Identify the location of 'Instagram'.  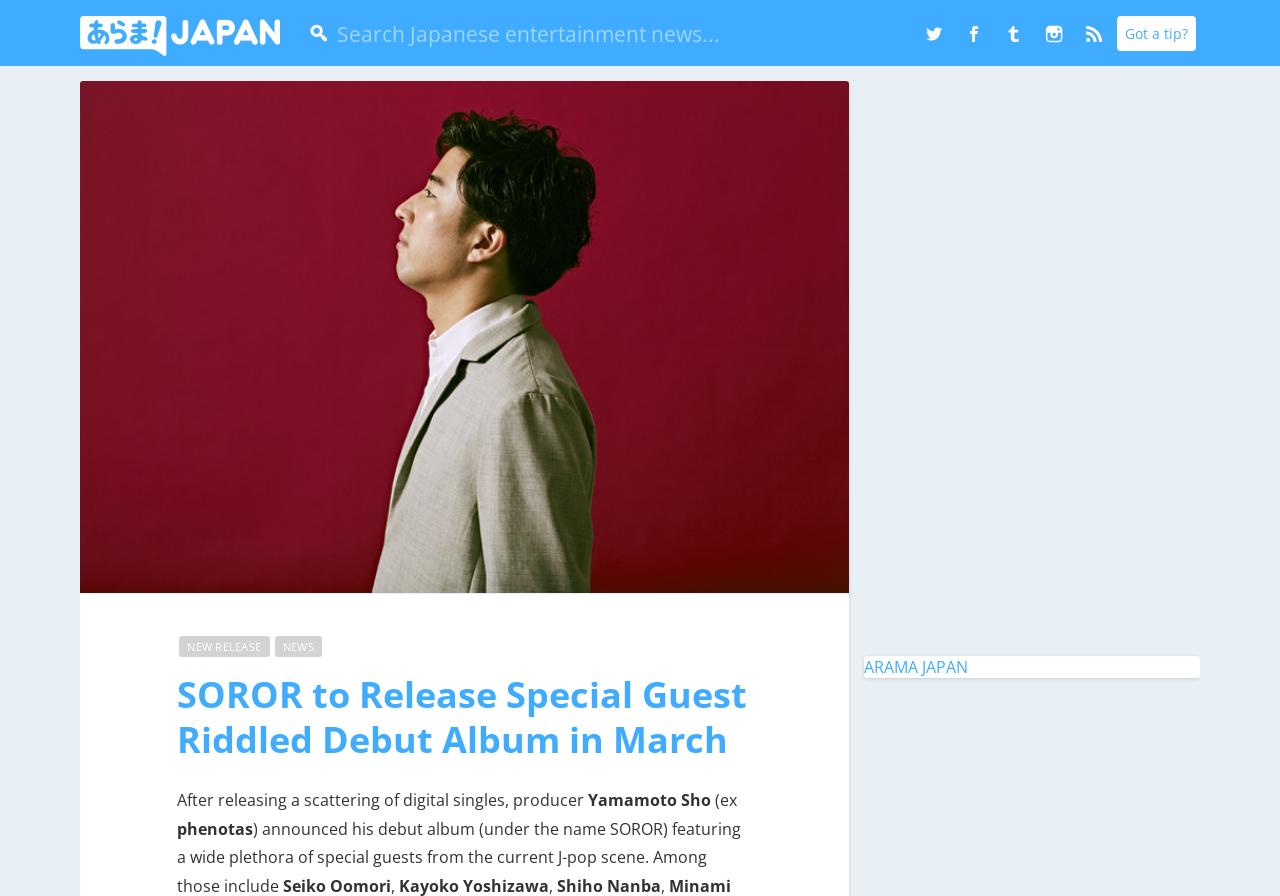
(1106, 48).